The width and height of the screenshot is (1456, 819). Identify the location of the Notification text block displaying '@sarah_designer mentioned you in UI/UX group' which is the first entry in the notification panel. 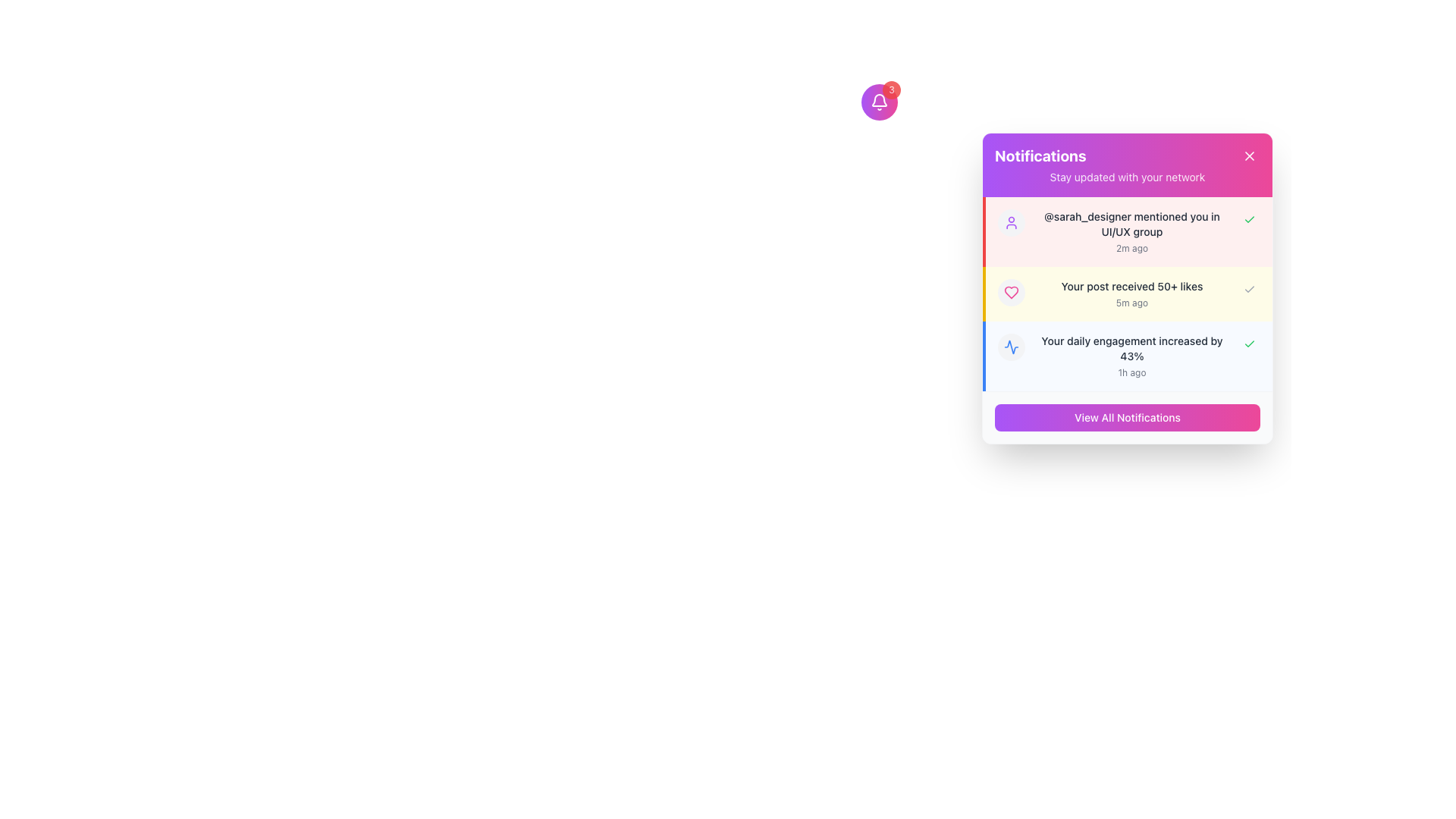
(1131, 231).